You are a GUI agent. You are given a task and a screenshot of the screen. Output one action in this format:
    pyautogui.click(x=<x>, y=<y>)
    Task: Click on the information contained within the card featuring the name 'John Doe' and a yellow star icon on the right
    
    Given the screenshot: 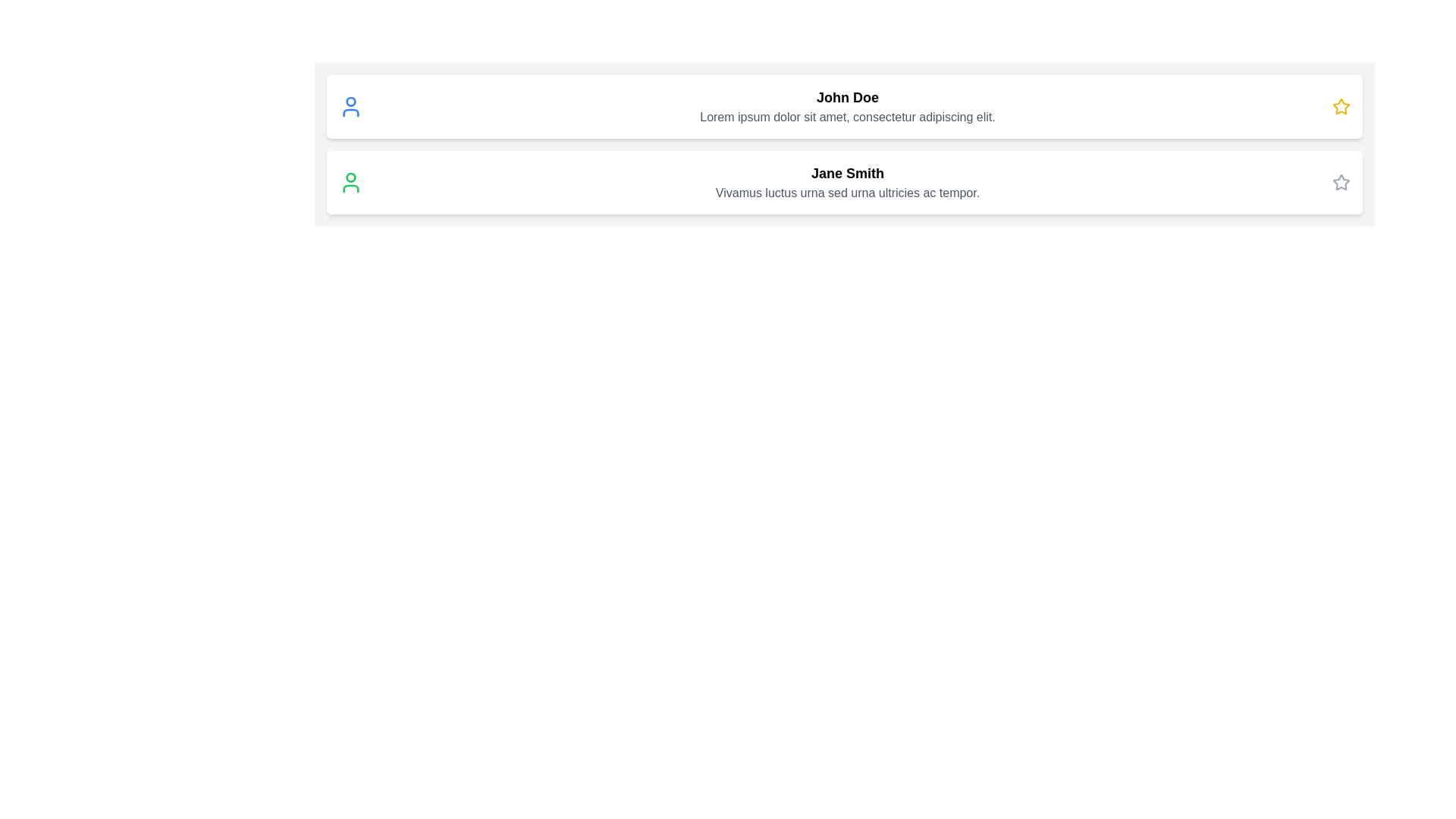 What is the action you would take?
    pyautogui.click(x=843, y=106)
    